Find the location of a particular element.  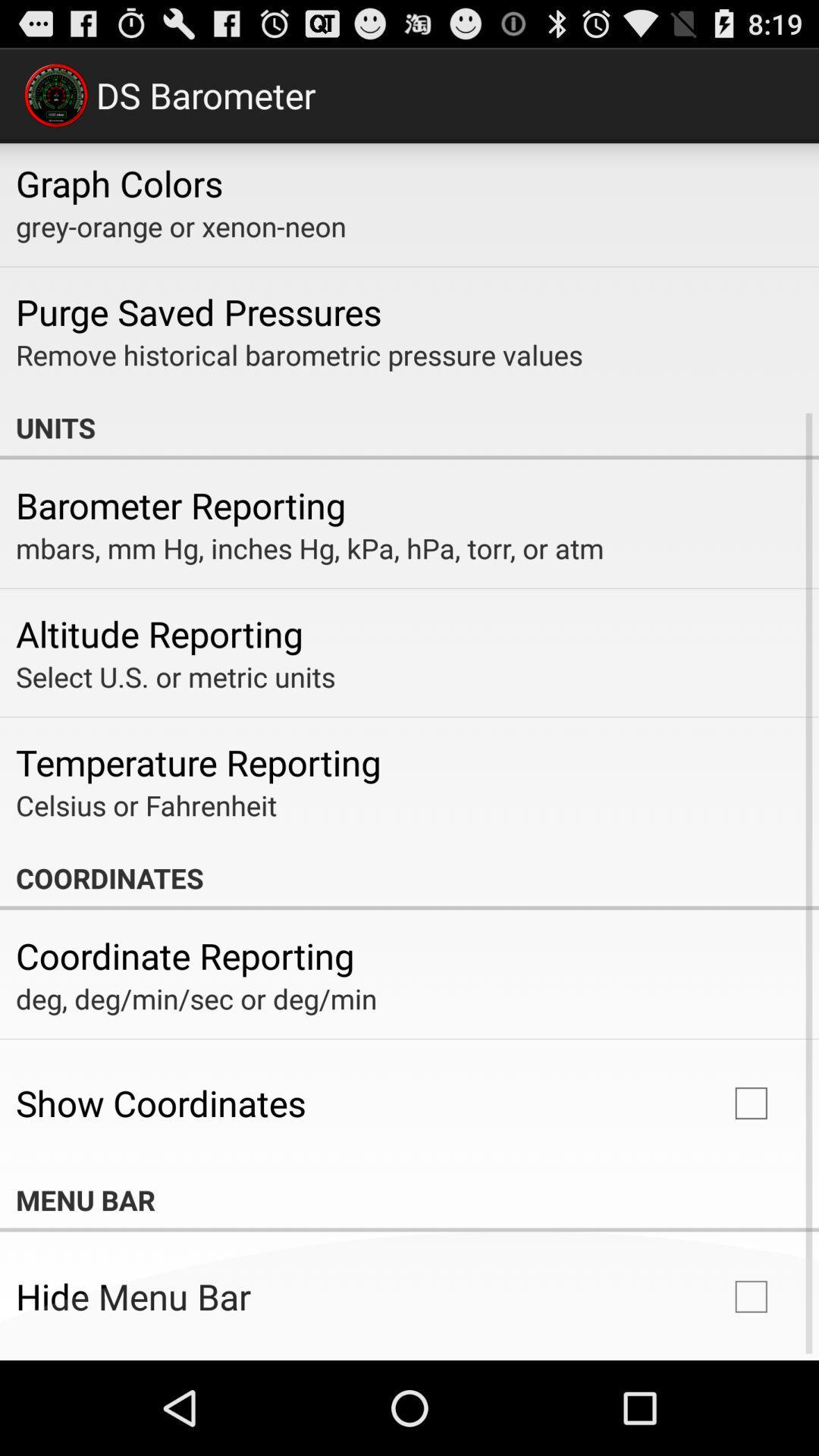

coordinate reporting is located at coordinates (184, 955).